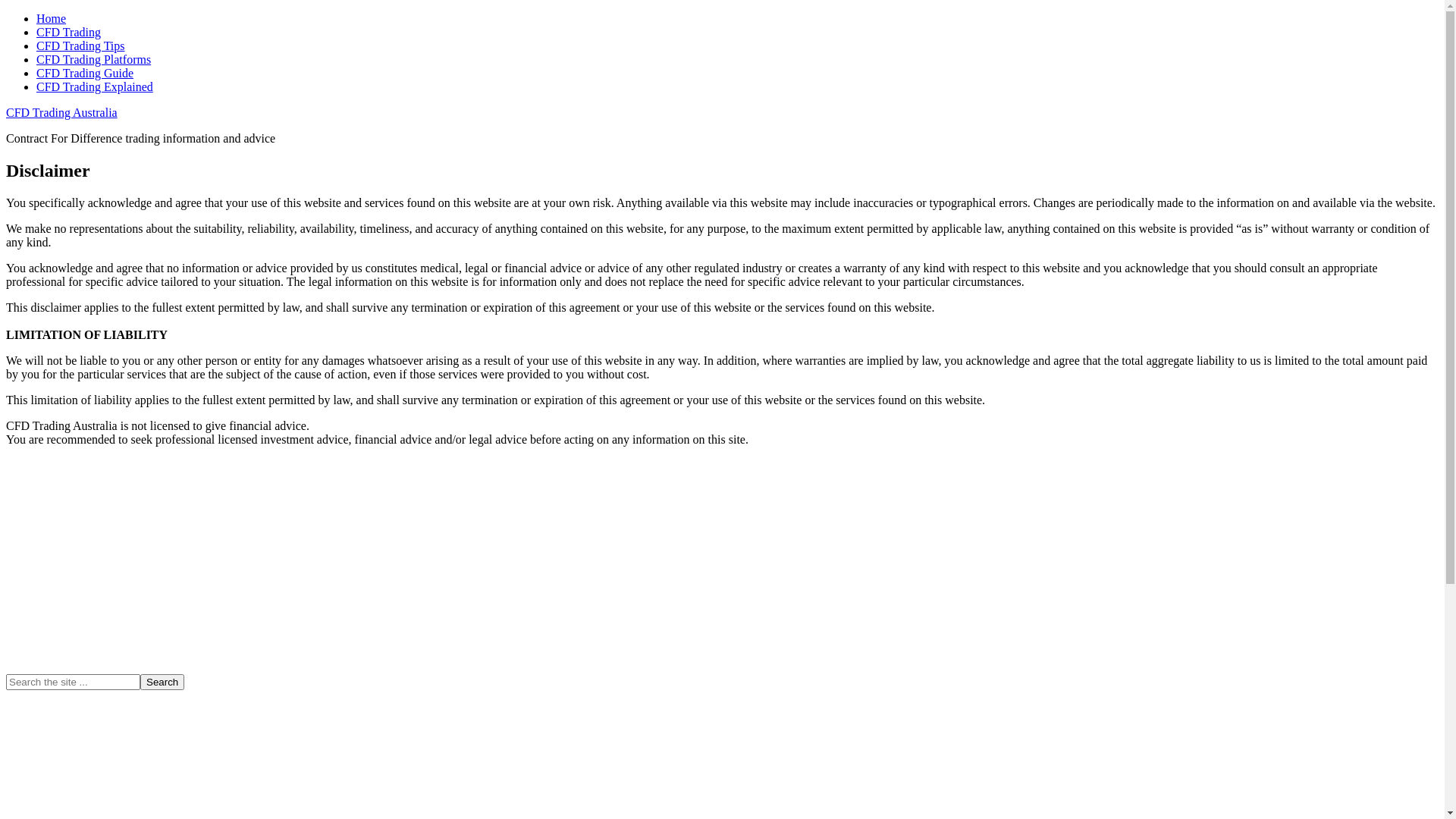  Describe the element at coordinates (36, 86) in the screenshot. I see `'CFD Trading Explained'` at that location.